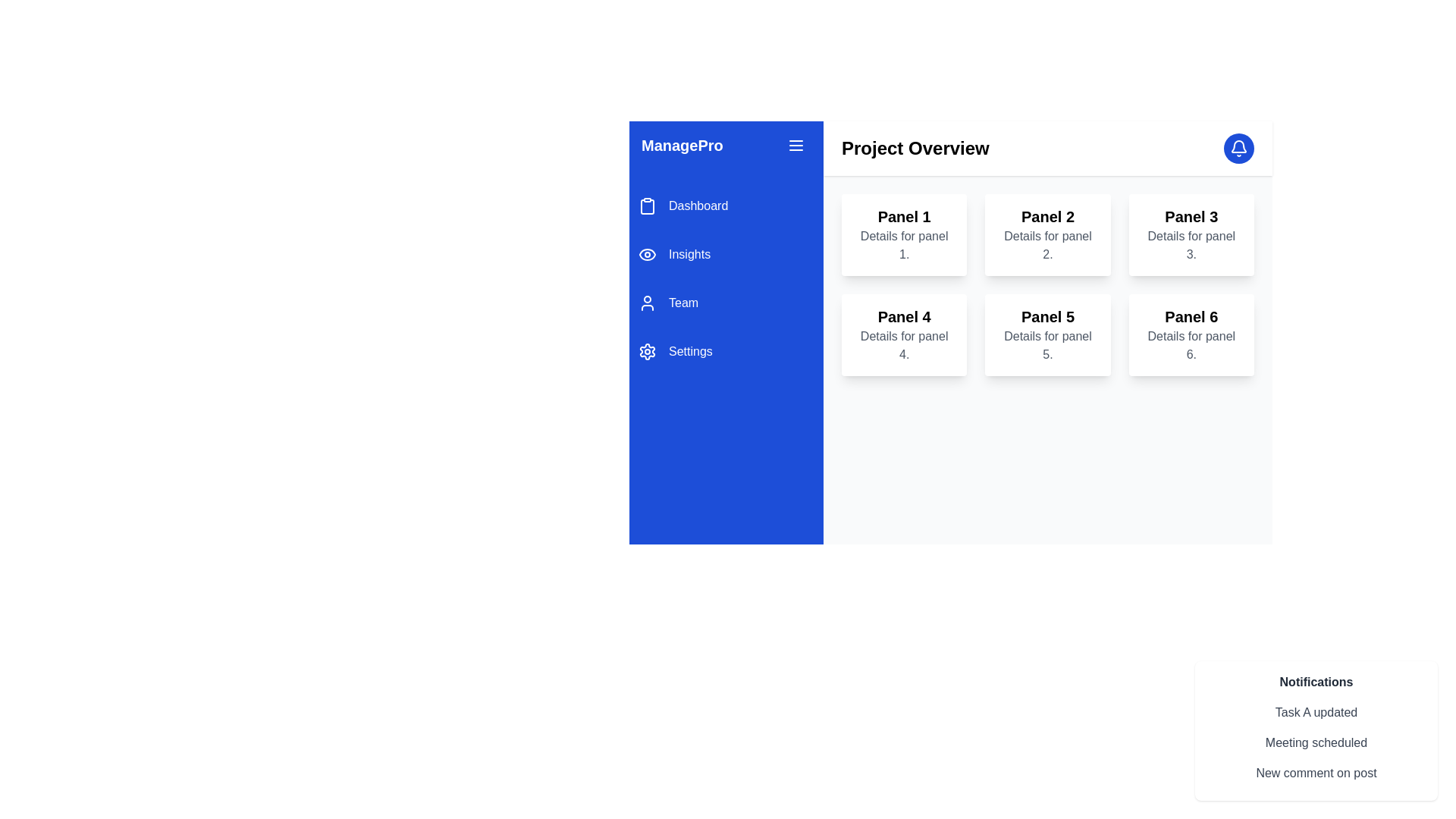 This screenshot has width=1456, height=819. I want to click on the 'Team' navigation menu item, which is the third item, so click(726, 303).